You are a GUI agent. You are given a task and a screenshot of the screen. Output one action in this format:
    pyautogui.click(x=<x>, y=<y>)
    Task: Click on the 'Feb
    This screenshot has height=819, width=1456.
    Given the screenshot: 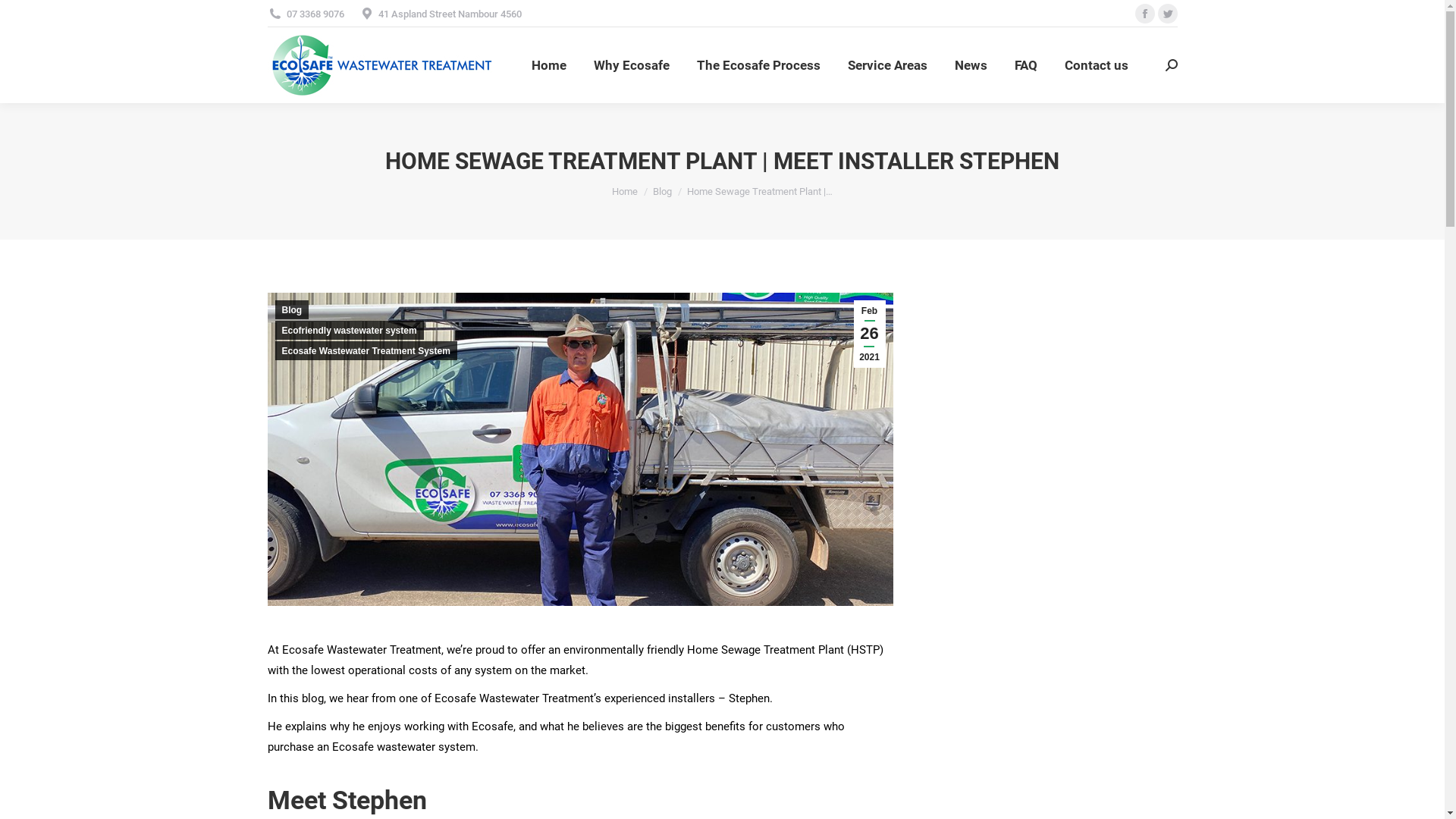 What is the action you would take?
    pyautogui.click(x=854, y=333)
    